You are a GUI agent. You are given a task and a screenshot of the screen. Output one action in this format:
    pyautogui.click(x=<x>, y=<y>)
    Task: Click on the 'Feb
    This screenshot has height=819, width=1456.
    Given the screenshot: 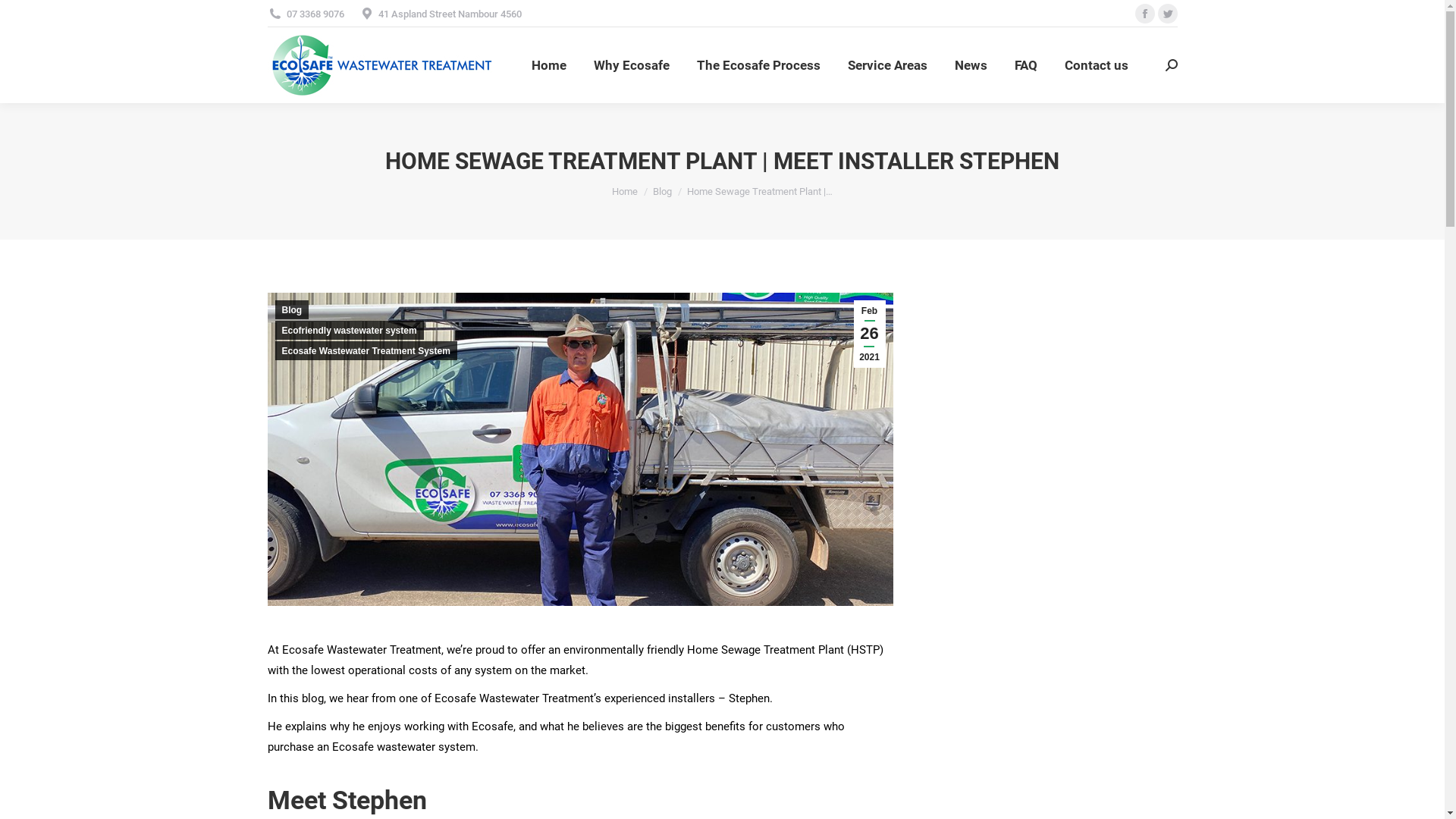 What is the action you would take?
    pyautogui.click(x=854, y=333)
    